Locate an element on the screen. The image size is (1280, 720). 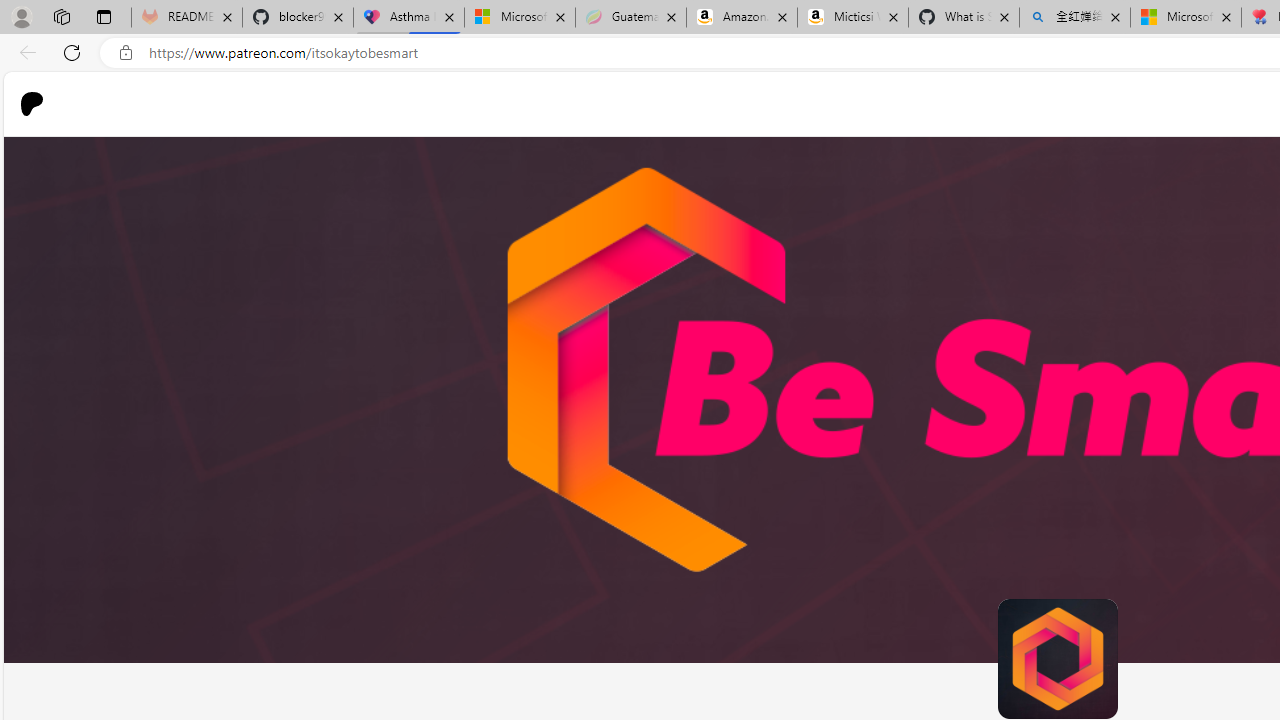
'Patreon logo' is located at coordinates (32, 104).